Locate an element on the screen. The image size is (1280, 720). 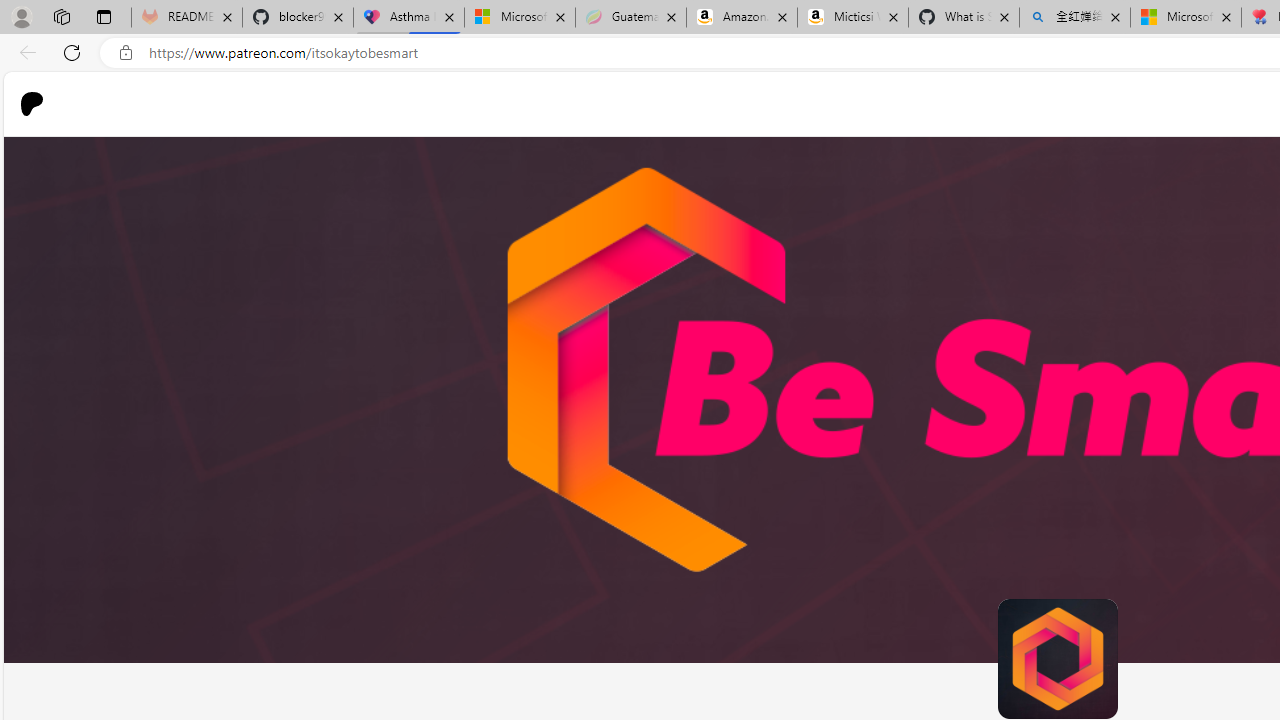
'Patreon logo' is located at coordinates (32, 104).